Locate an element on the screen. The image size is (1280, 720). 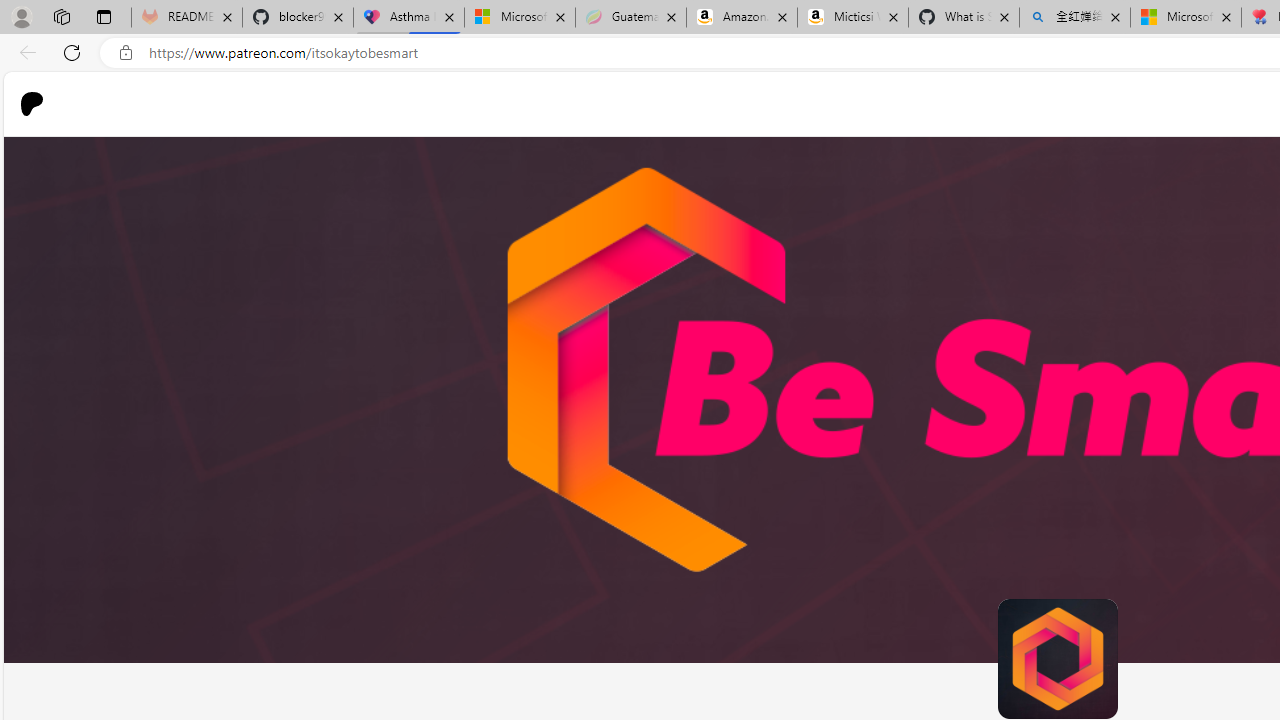
'Patreon logo' is located at coordinates (32, 104).